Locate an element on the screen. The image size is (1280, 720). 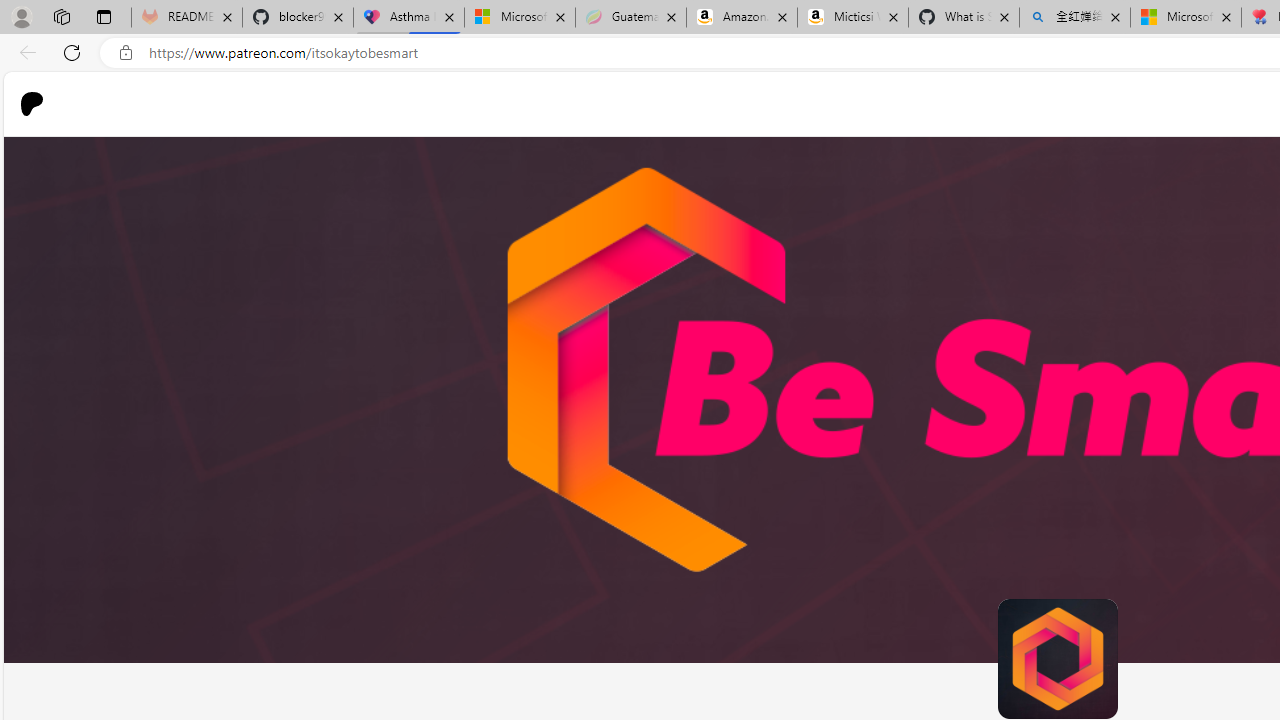
'Patreon logo' is located at coordinates (32, 104).